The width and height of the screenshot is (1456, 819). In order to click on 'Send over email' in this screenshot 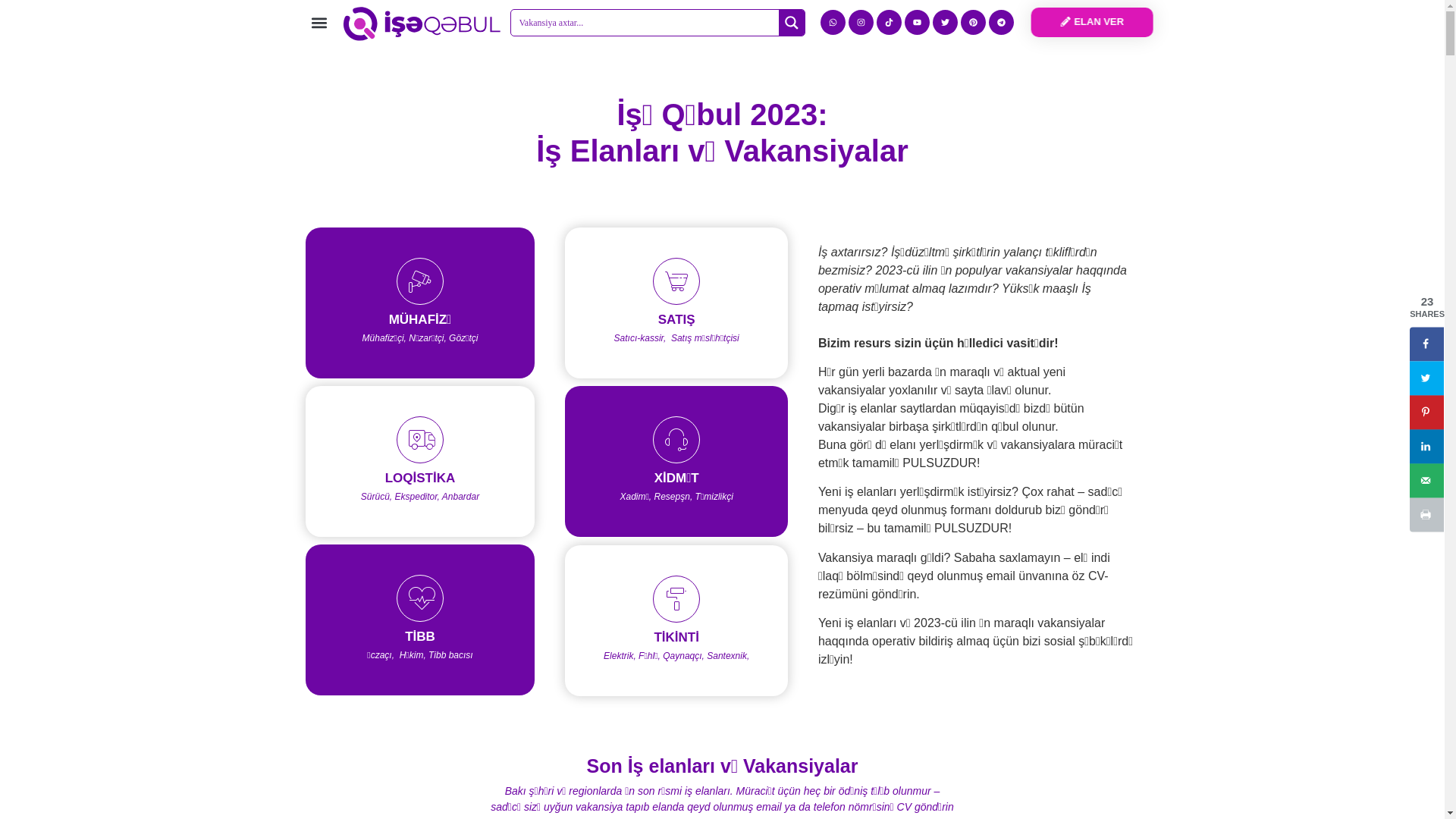, I will do `click(1426, 480)`.